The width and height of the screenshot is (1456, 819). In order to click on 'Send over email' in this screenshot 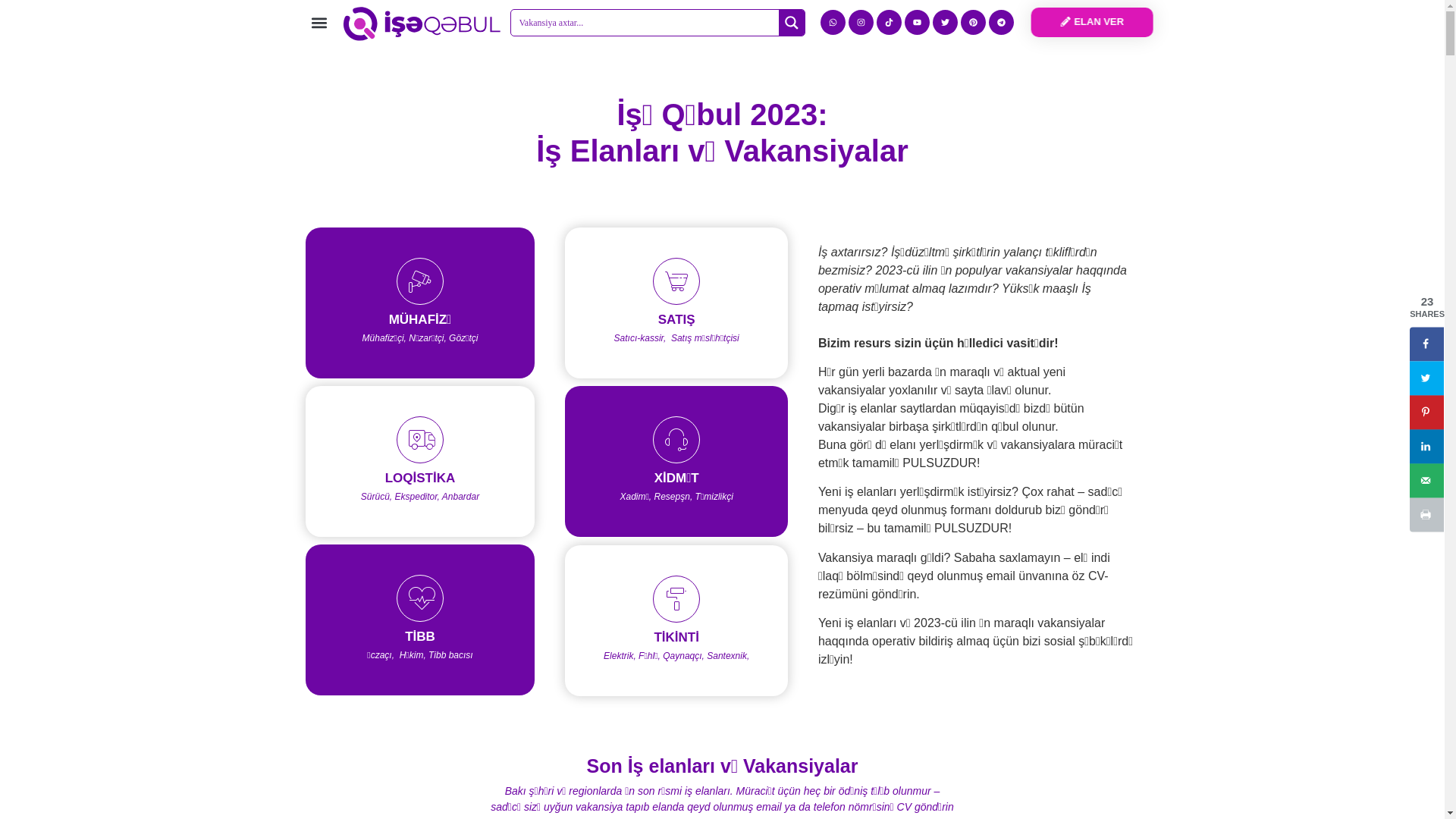, I will do `click(1426, 480)`.